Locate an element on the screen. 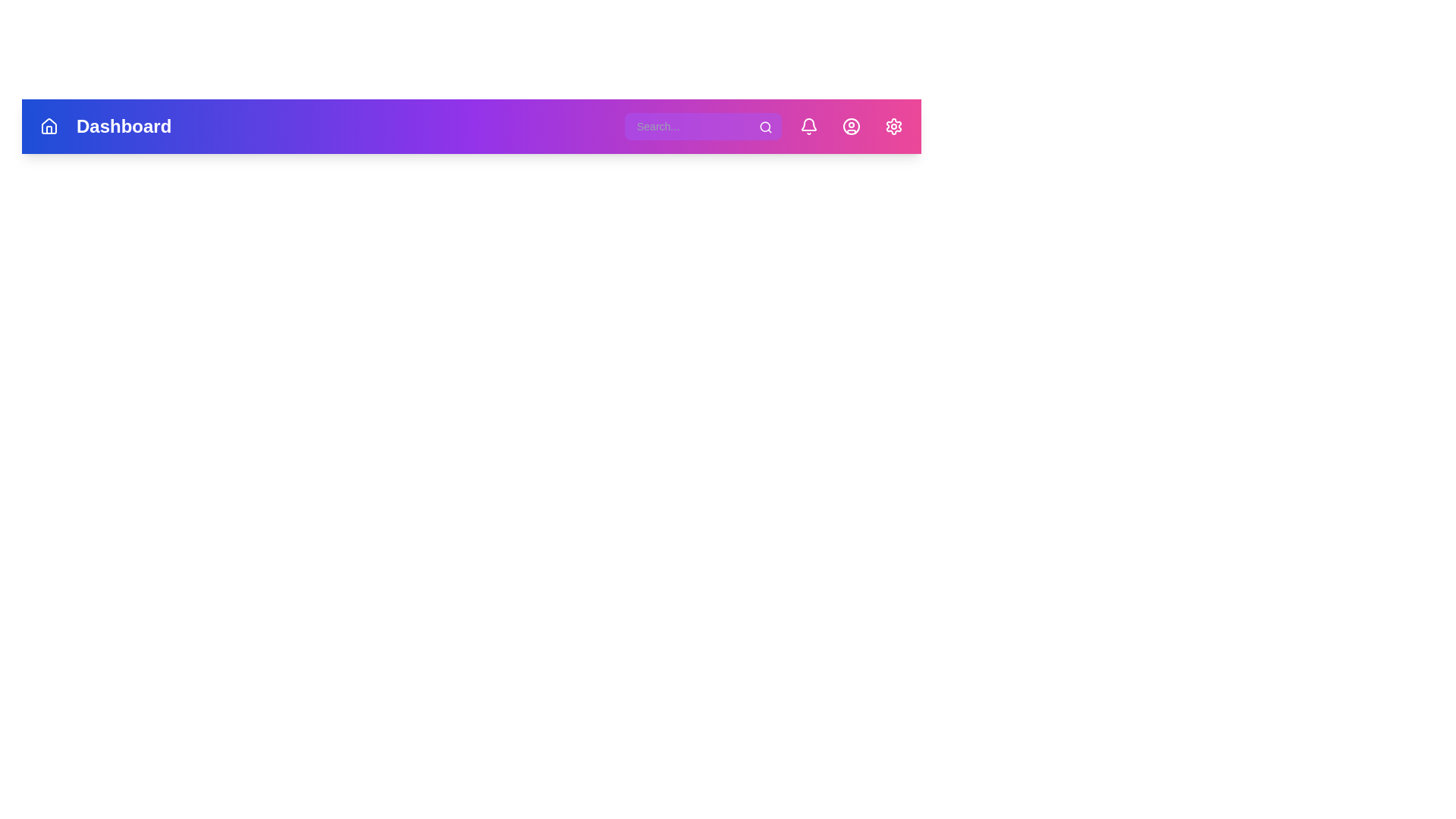 Image resolution: width=1456 pixels, height=819 pixels. settings button to open the application settings is located at coordinates (894, 125).